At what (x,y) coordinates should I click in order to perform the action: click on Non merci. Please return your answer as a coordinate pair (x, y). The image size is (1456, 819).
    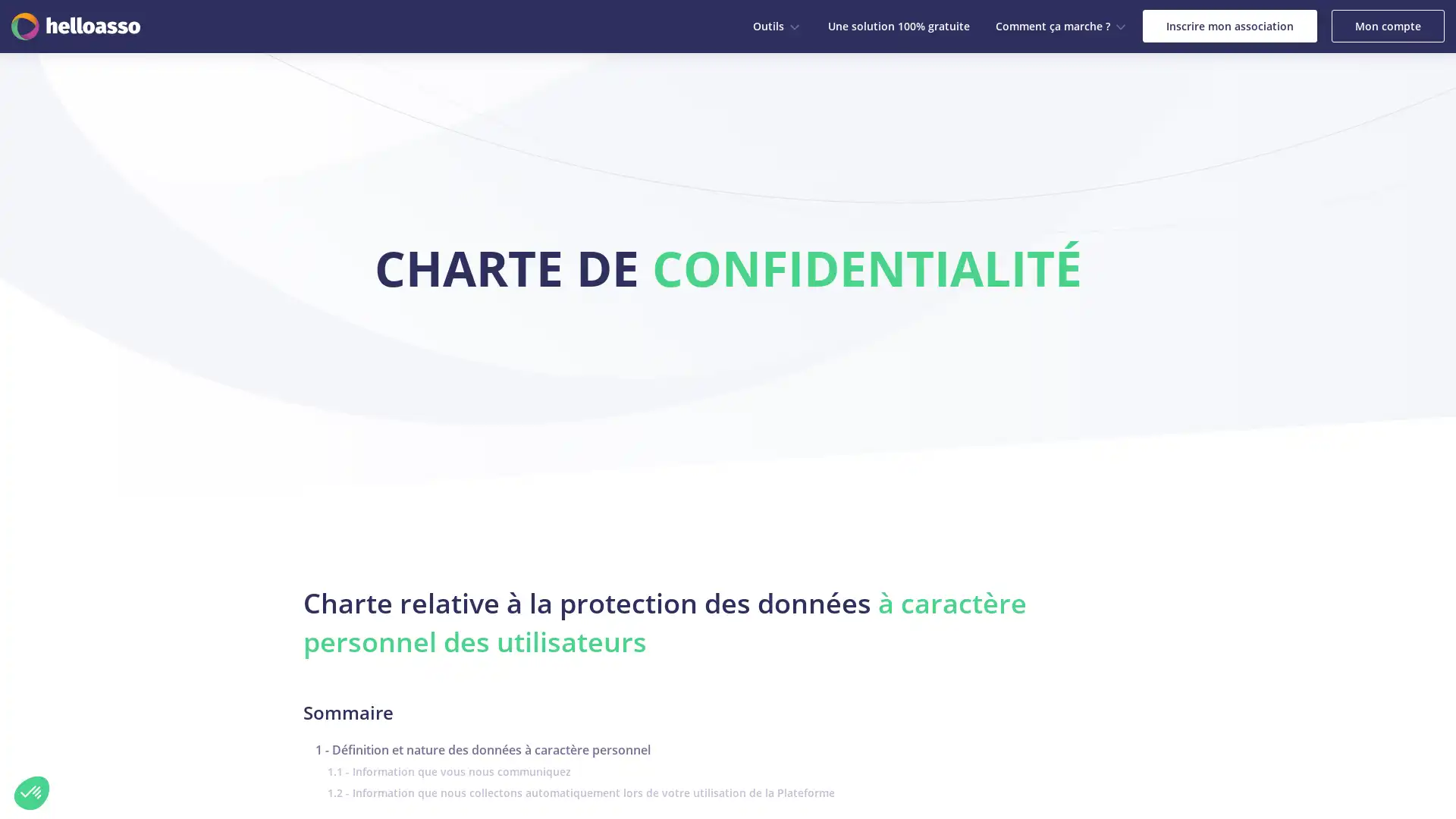
    Looking at the image, I should click on (32, 792).